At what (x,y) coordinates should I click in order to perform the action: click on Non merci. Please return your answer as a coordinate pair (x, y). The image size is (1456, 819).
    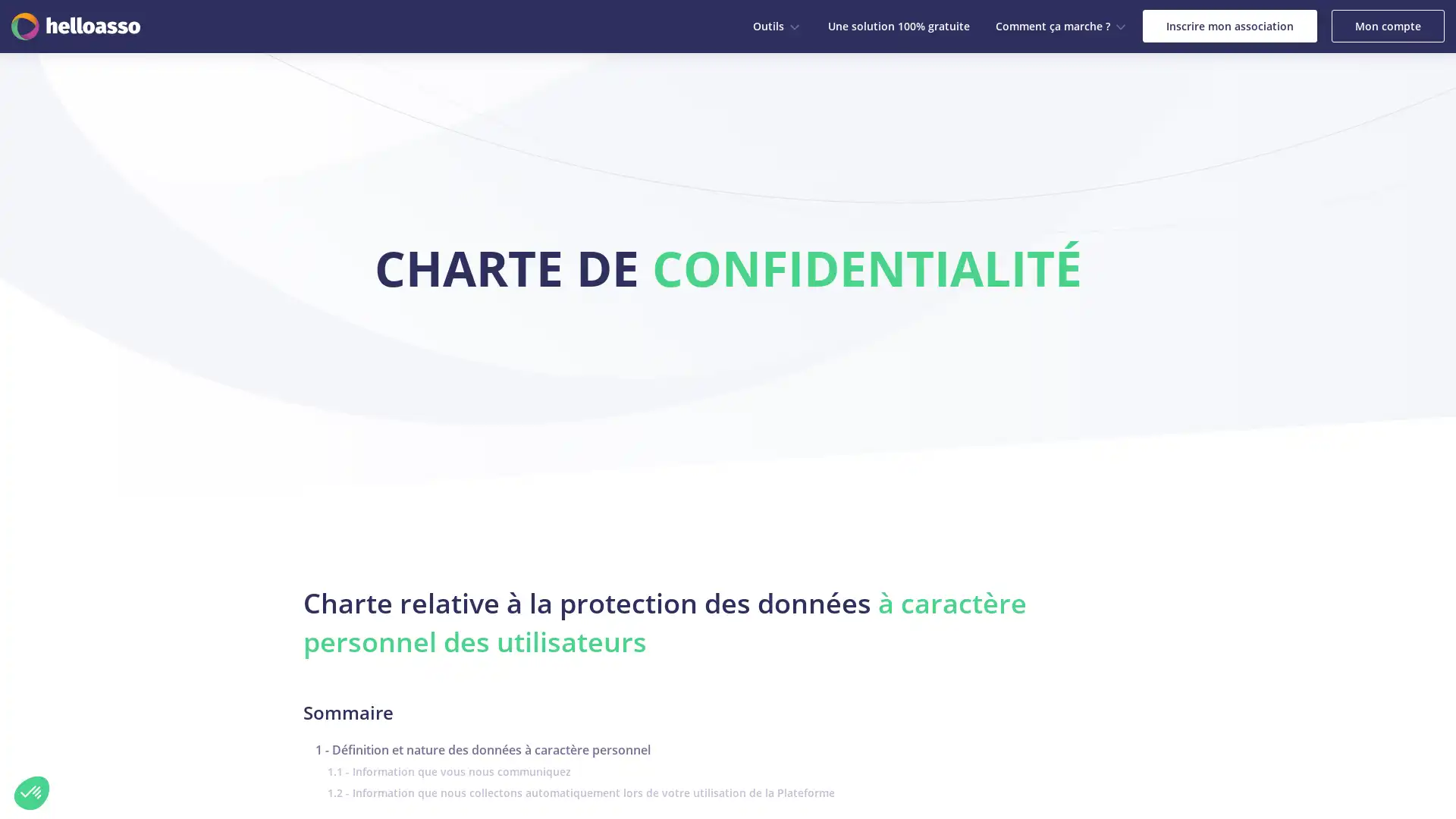
    Looking at the image, I should click on (32, 792).